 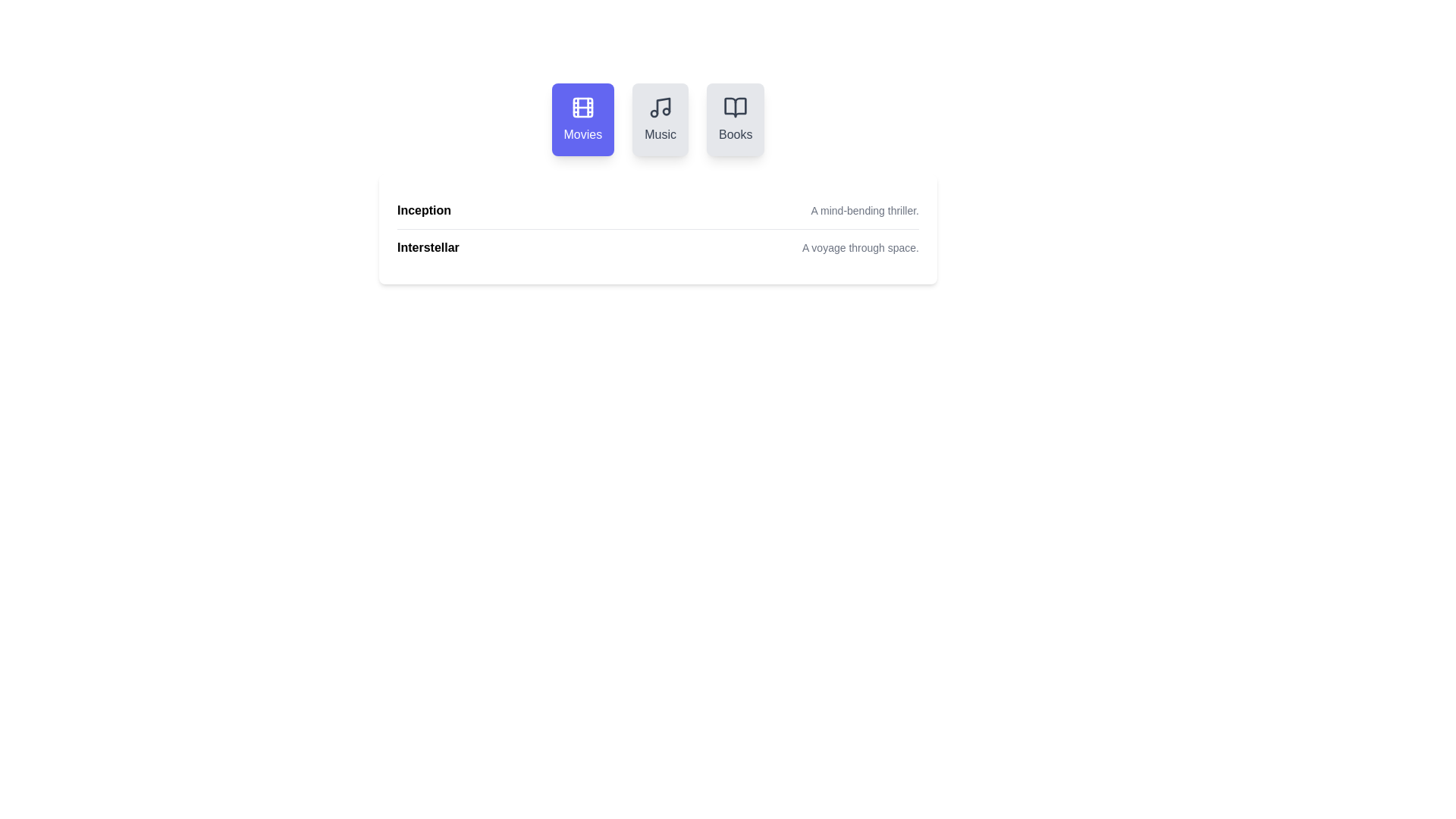 What do you see at coordinates (736, 119) in the screenshot?
I see `the Books tab` at bounding box center [736, 119].